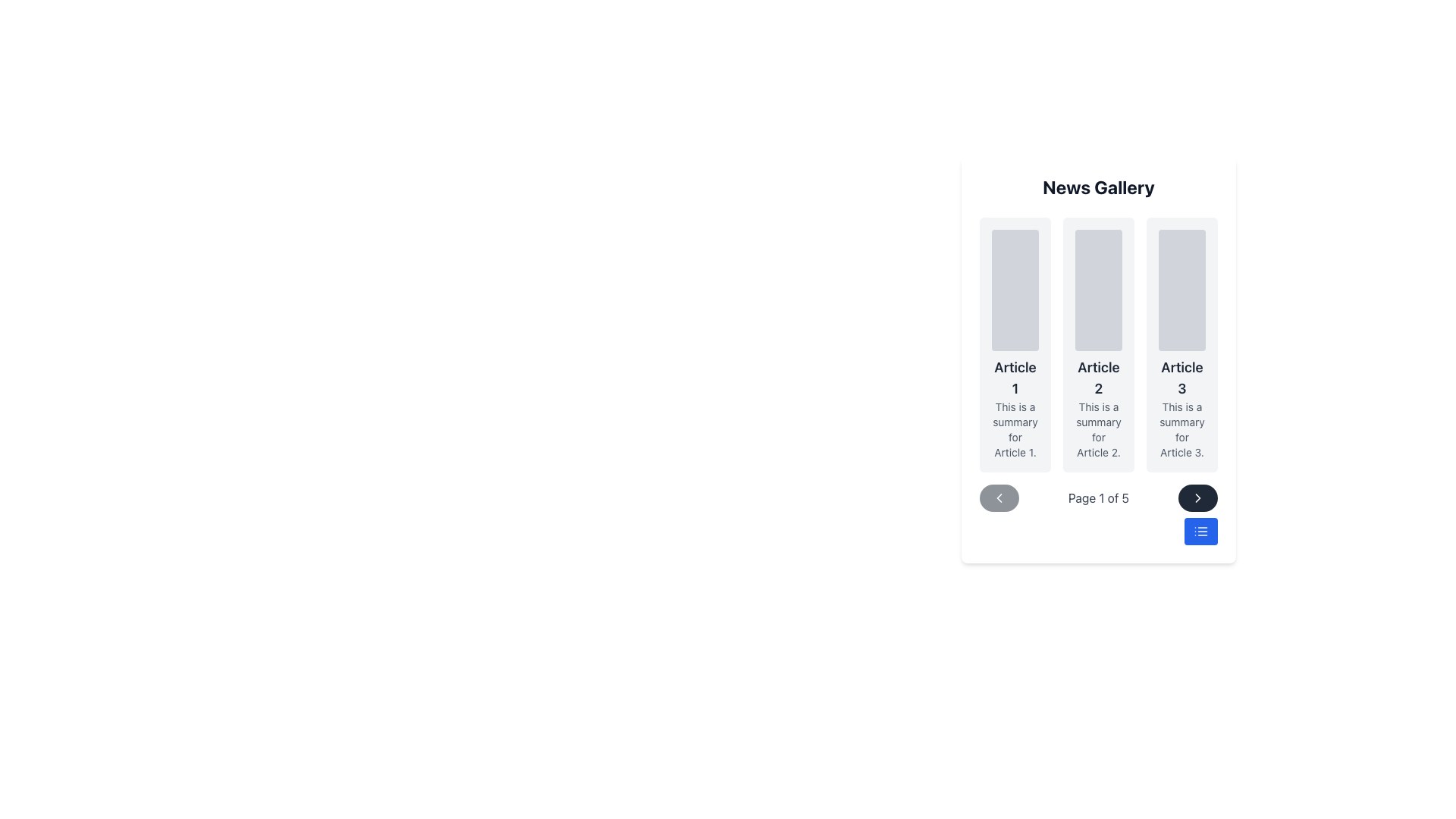  What do you see at coordinates (1200, 531) in the screenshot?
I see `the compact list icon within the blue button located at the lower right corner of the interface` at bounding box center [1200, 531].